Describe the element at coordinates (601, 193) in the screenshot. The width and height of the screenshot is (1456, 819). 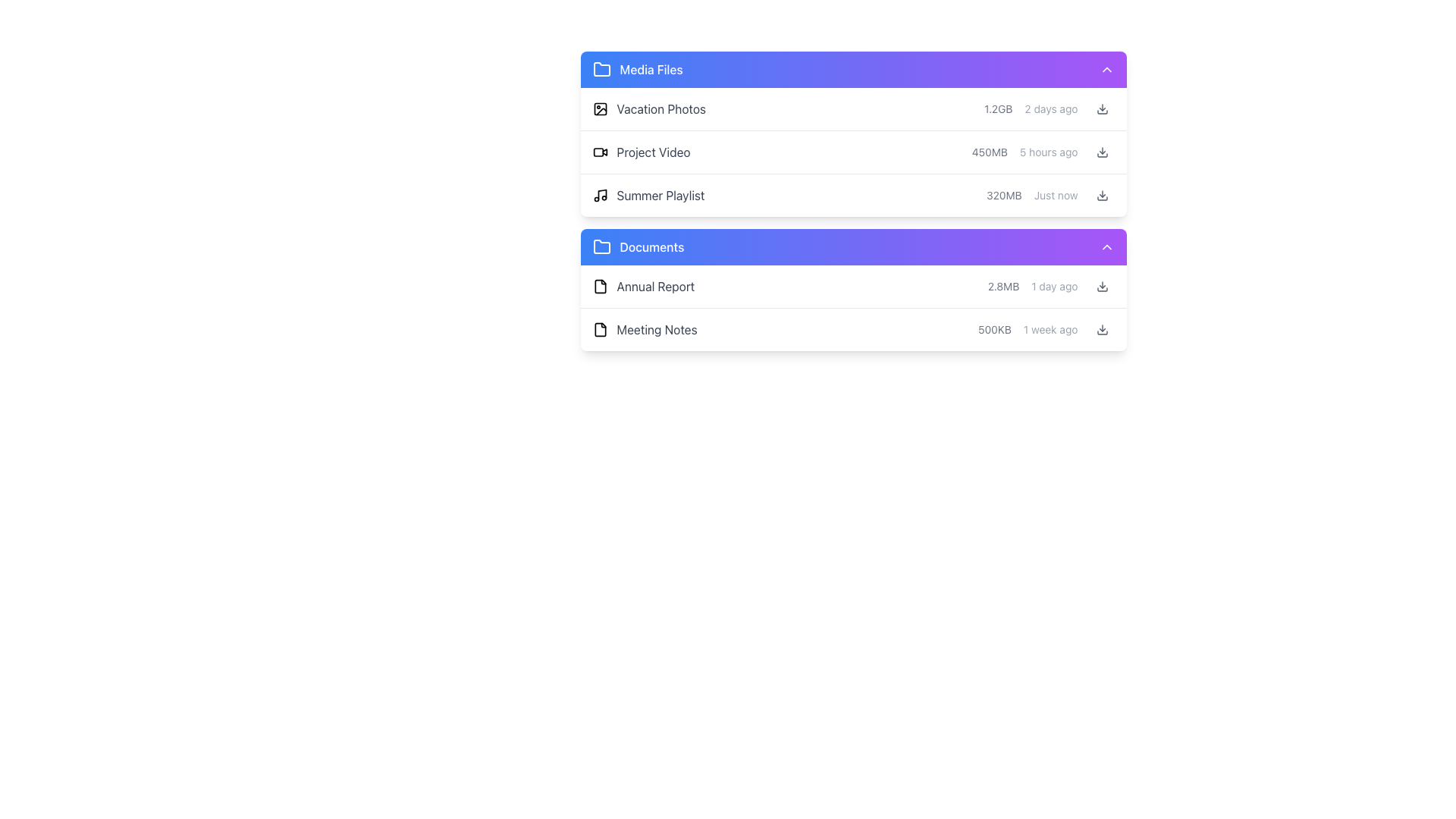
I see `the musical note icon associated with the 'Summer Playlist' entry located within the 'Media Files' group` at that location.